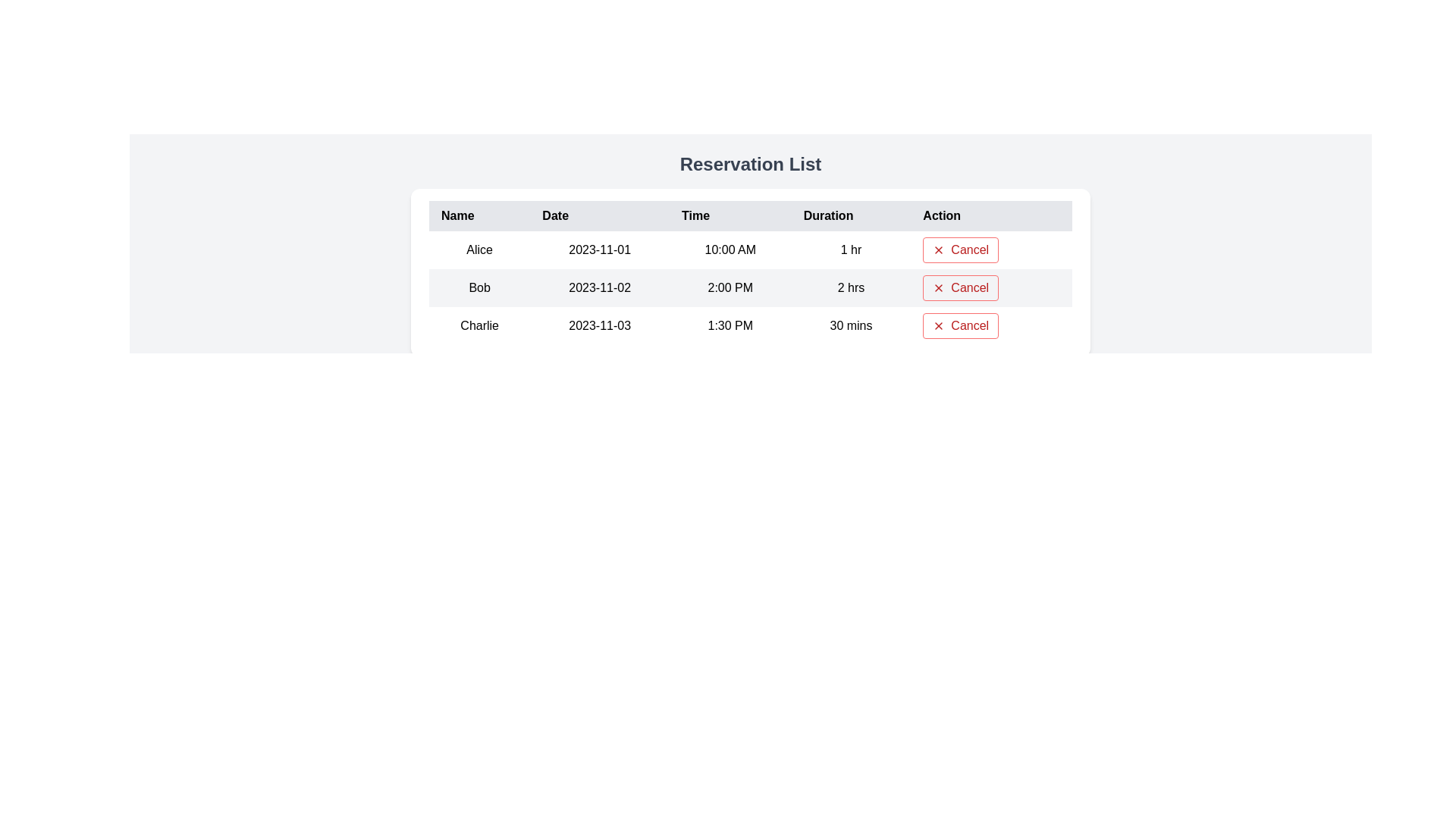 The width and height of the screenshot is (1456, 819). I want to click on displayed time from the static text label showing '1:30 PM' in black, located in the 'Time' column of the third row under the 'Reservation List' section, so click(730, 325).